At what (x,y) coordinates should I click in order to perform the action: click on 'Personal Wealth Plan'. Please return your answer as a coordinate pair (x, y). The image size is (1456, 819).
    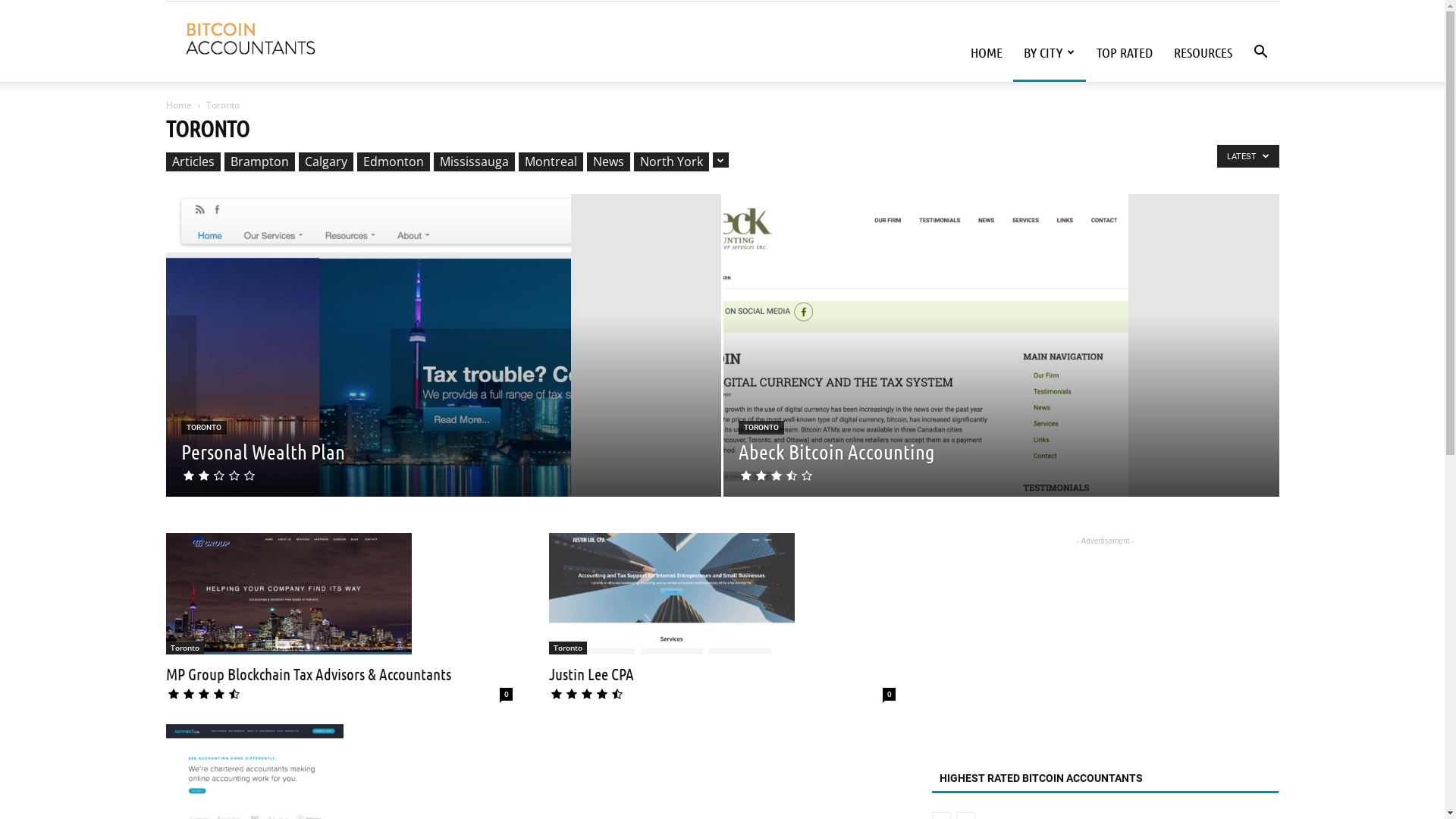
    Looking at the image, I should click on (180, 450).